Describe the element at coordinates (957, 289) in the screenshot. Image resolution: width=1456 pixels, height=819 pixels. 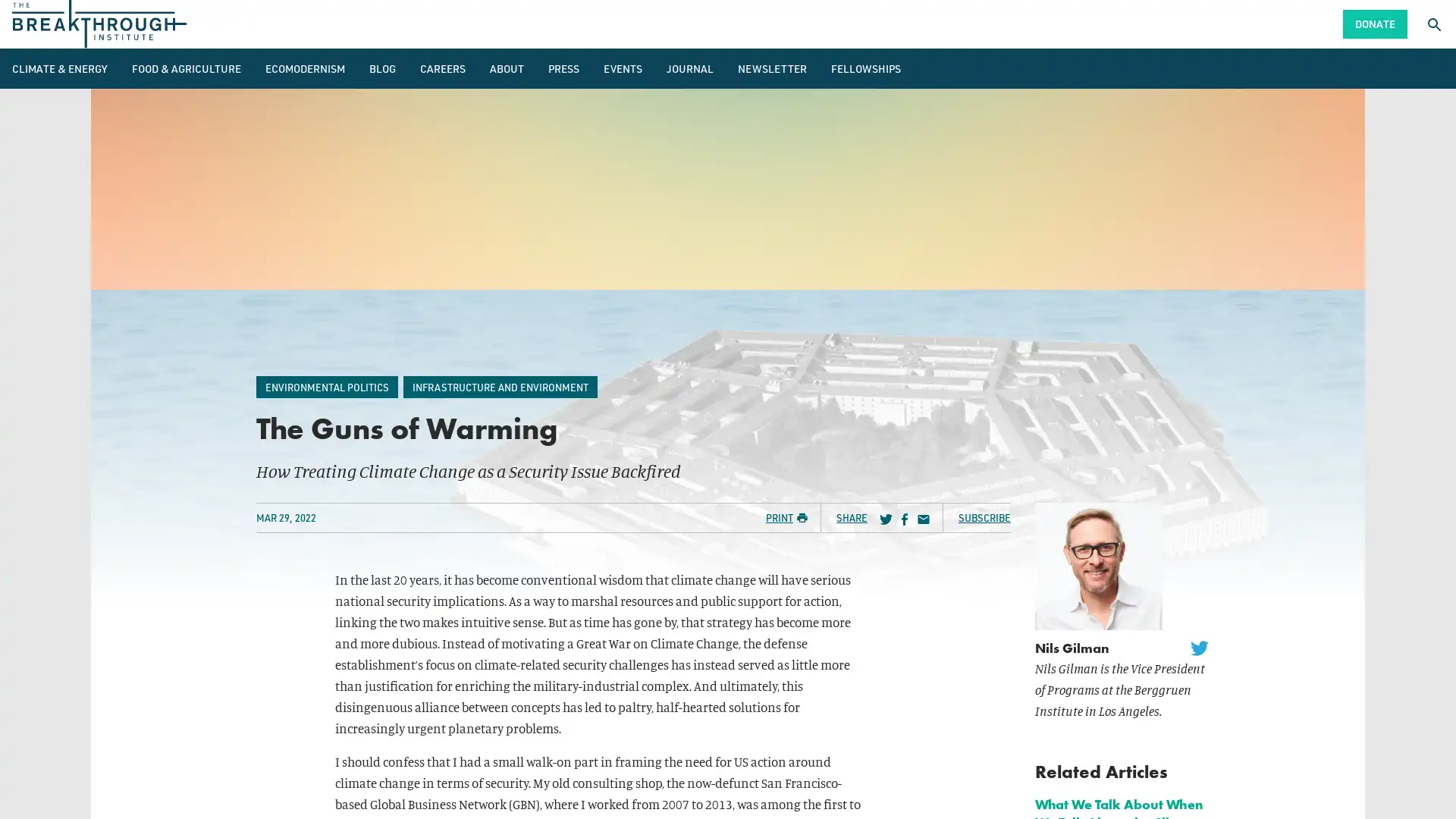
I see `Close modal` at that location.